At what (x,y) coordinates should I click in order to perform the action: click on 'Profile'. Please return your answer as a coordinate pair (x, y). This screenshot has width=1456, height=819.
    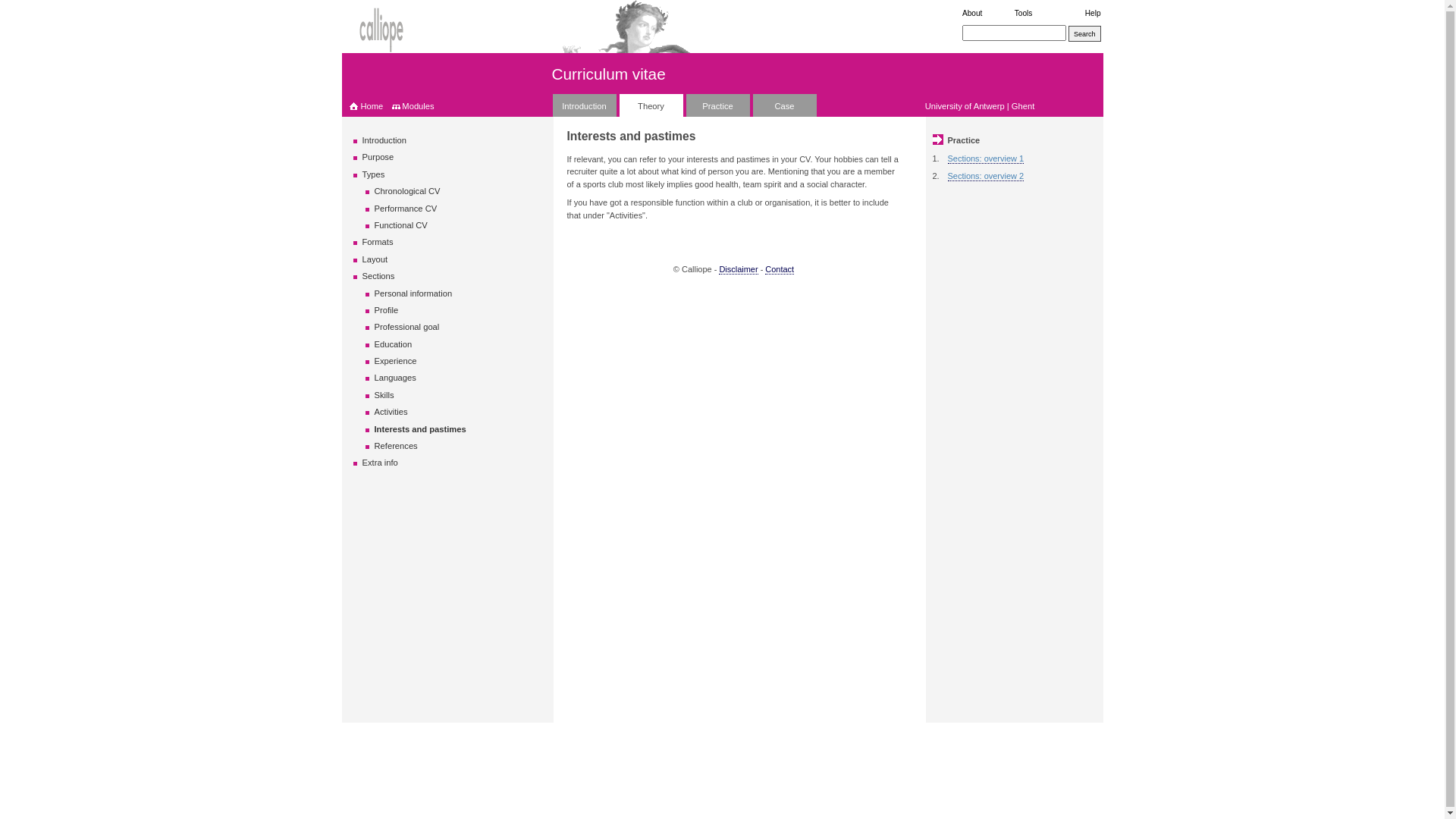
    Looking at the image, I should click on (386, 309).